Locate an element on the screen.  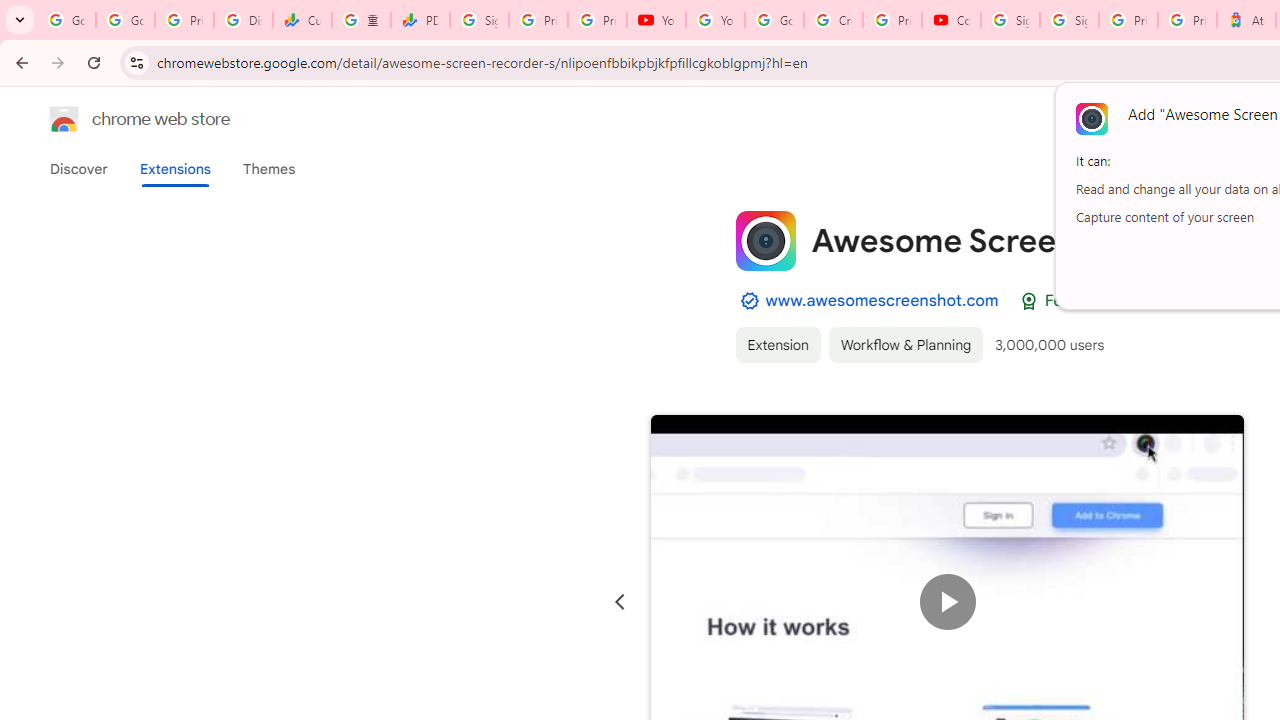
'Featured Badge' is located at coordinates (1028, 301).